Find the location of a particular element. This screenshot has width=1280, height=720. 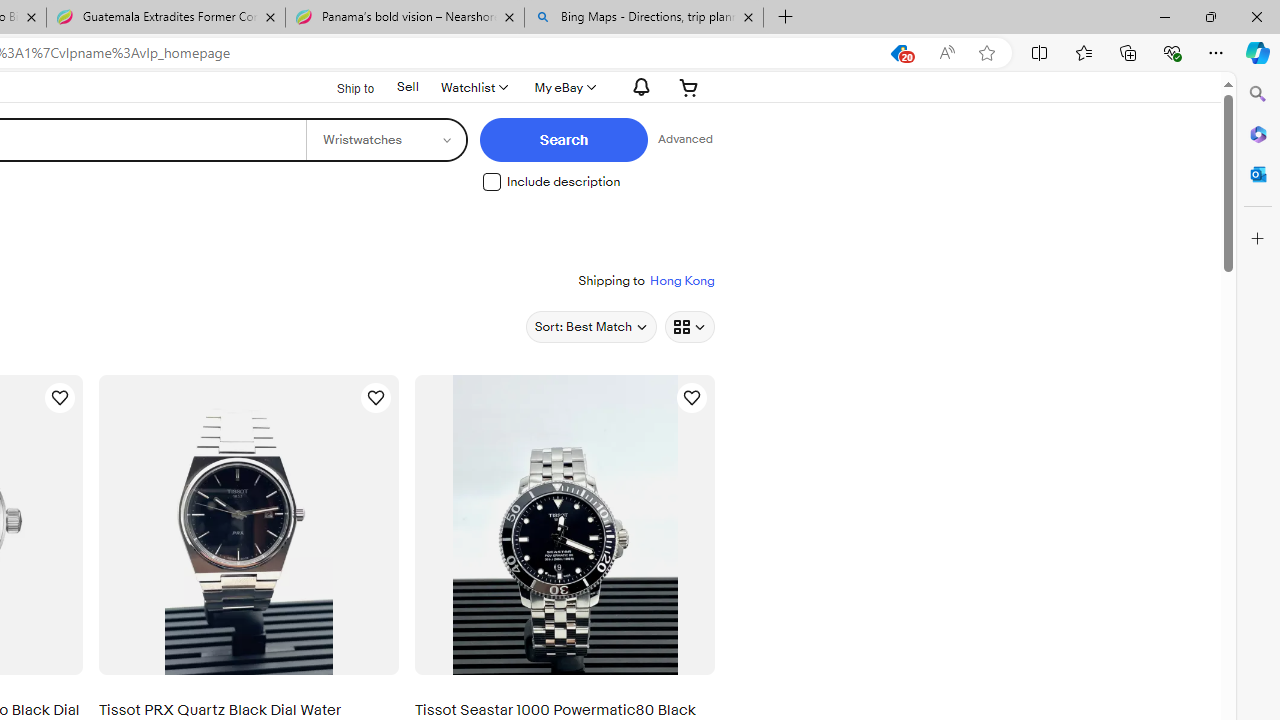

'My eBayExpand My eBay' is located at coordinates (563, 86).